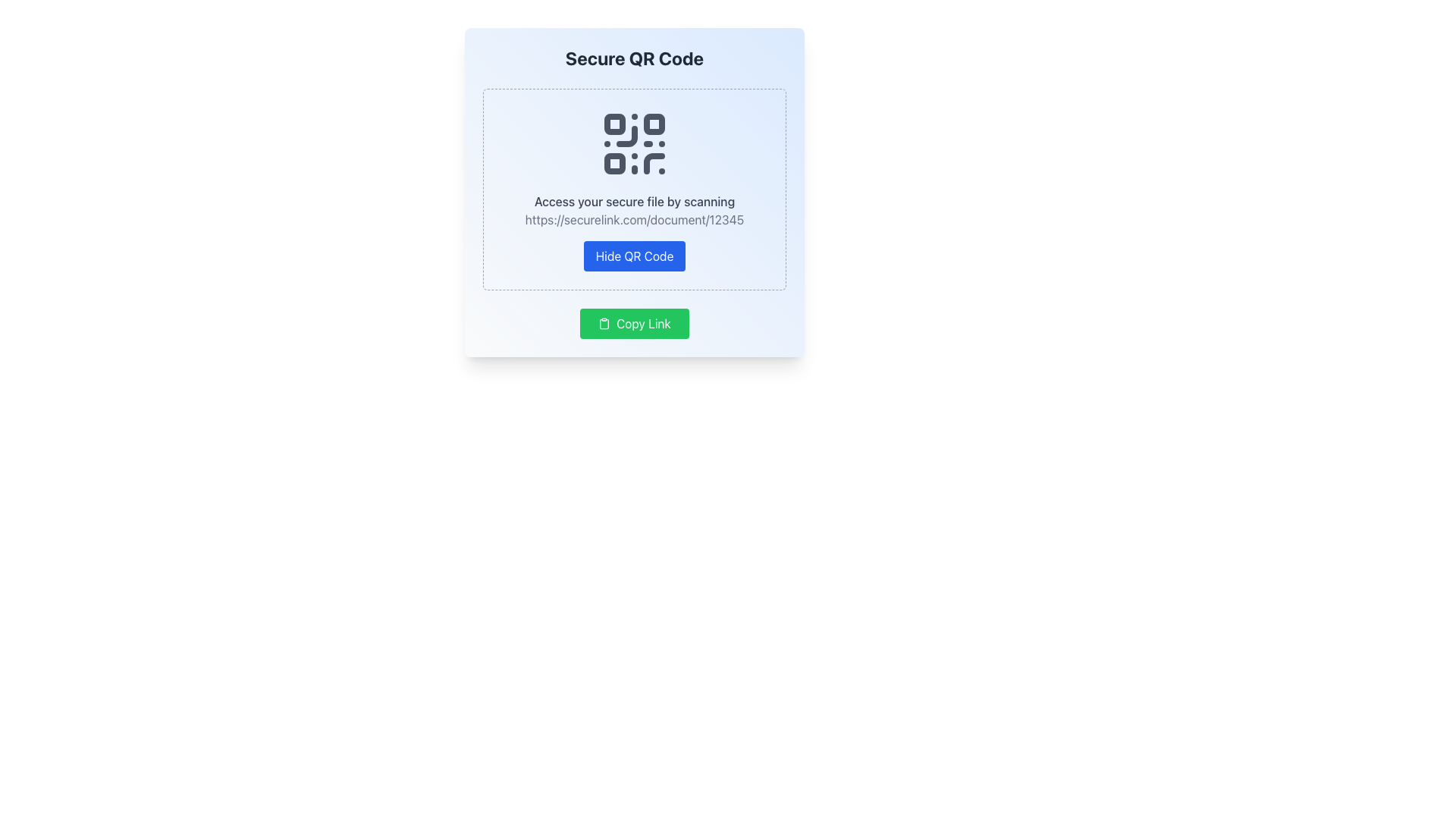 This screenshot has height=819, width=1456. What do you see at coordinates (634, 201) in the screenshot?
I see `the text element reading 'Access your secure file by scanning', which is styled with a gray font and positioned centrally above a QR code` at bounding box center [634, 201].